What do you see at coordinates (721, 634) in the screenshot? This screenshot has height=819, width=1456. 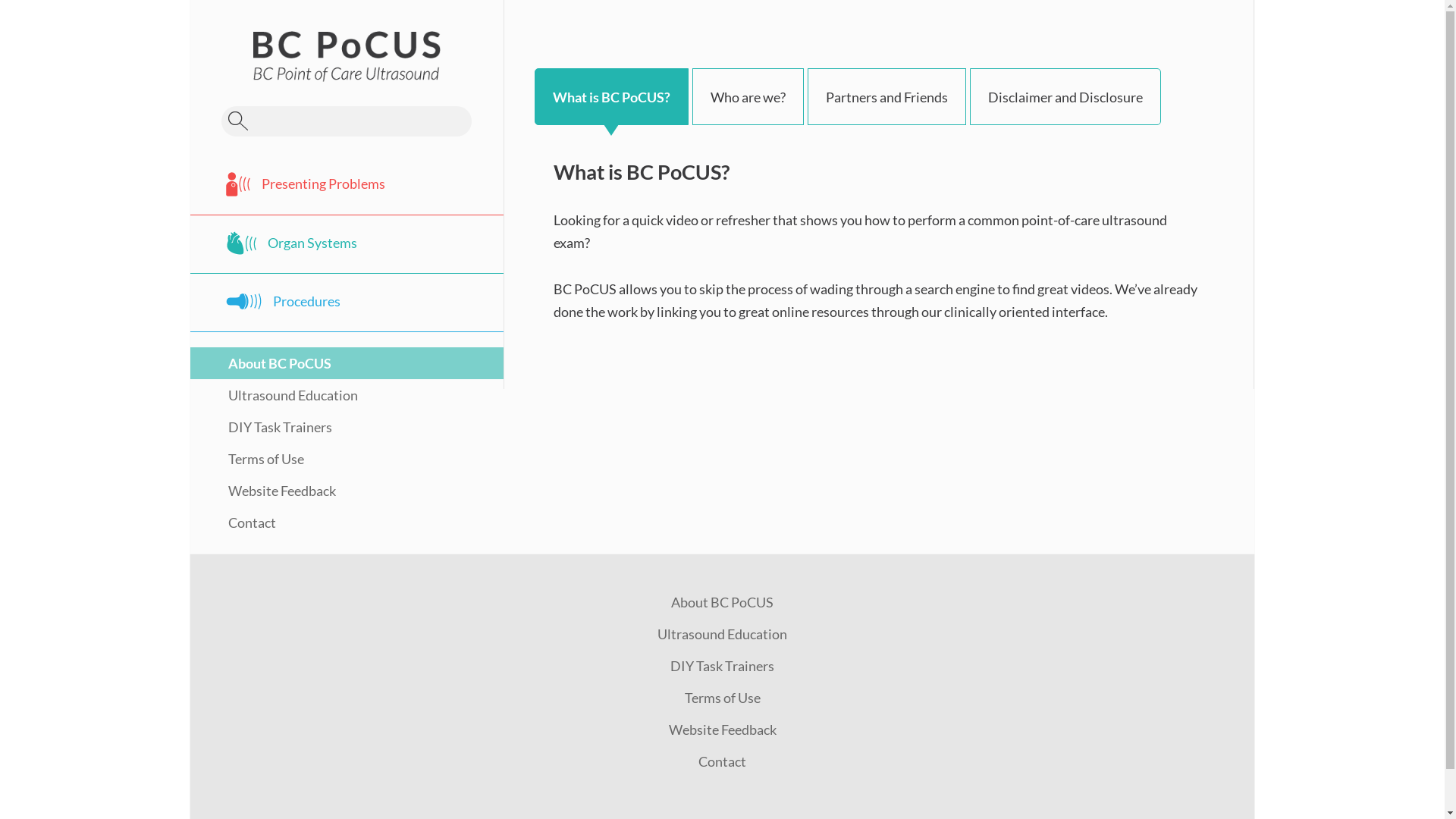 I see `'Ultrasound Education'` at bounding box center [721, 634].